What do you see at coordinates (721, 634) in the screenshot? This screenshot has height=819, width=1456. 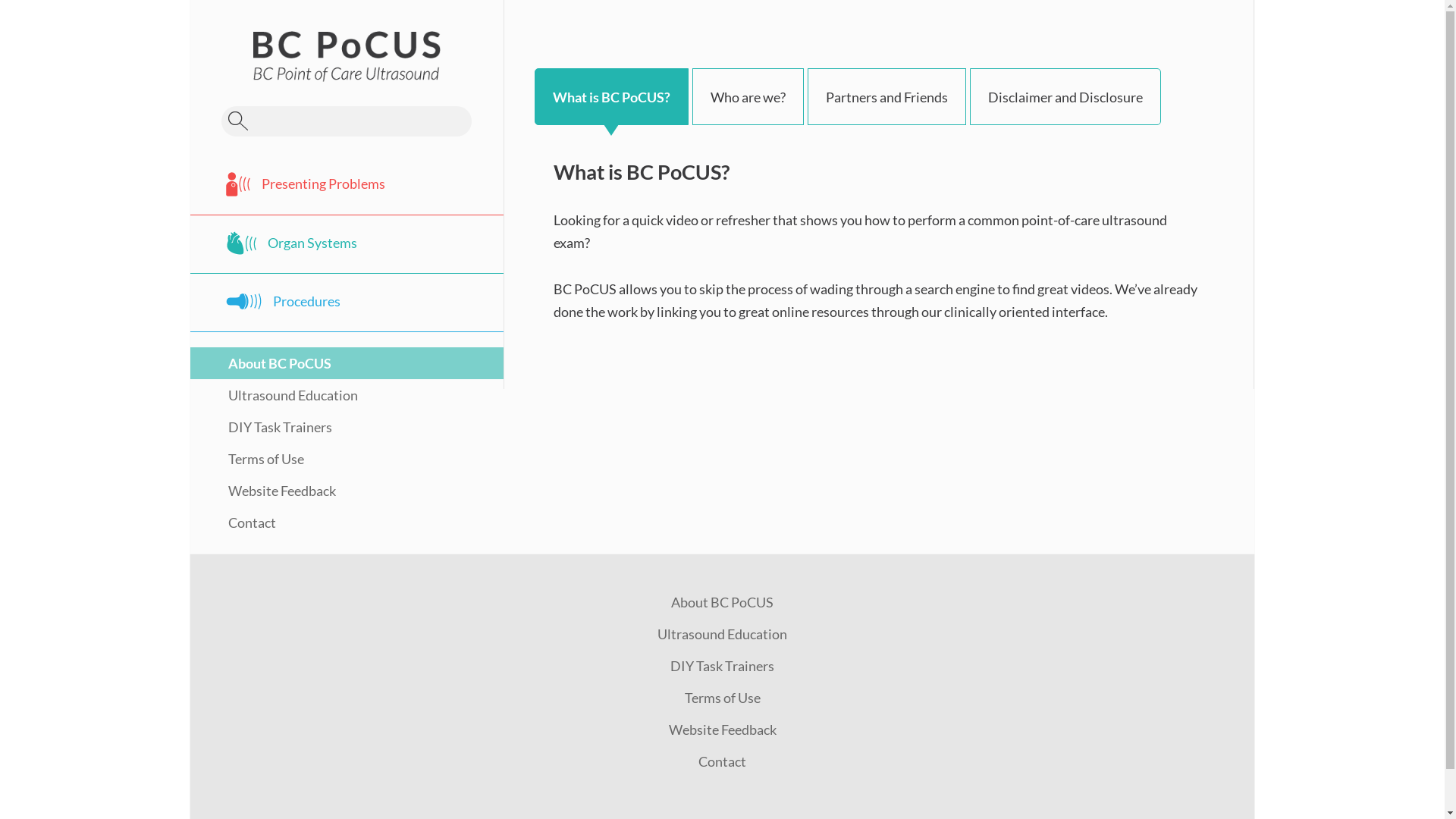 I see `'Ultrasound Education'` at bounding box center [721, 634].